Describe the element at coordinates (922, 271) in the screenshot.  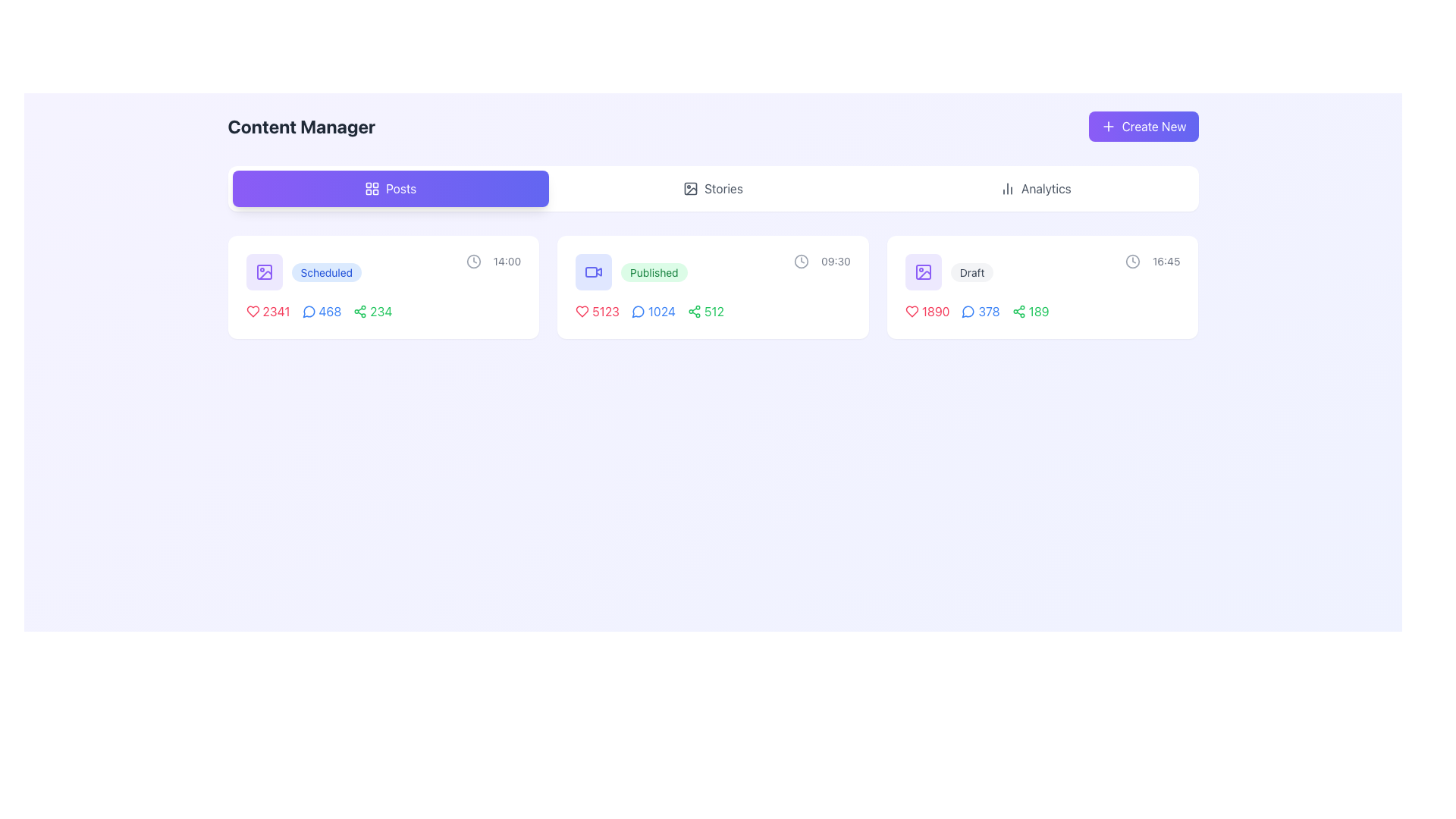
I see `the image type icon located in the top-left corner of the rightmost card, above the 'Draft' label and to the left of the timestamp '16:45'` at that location.